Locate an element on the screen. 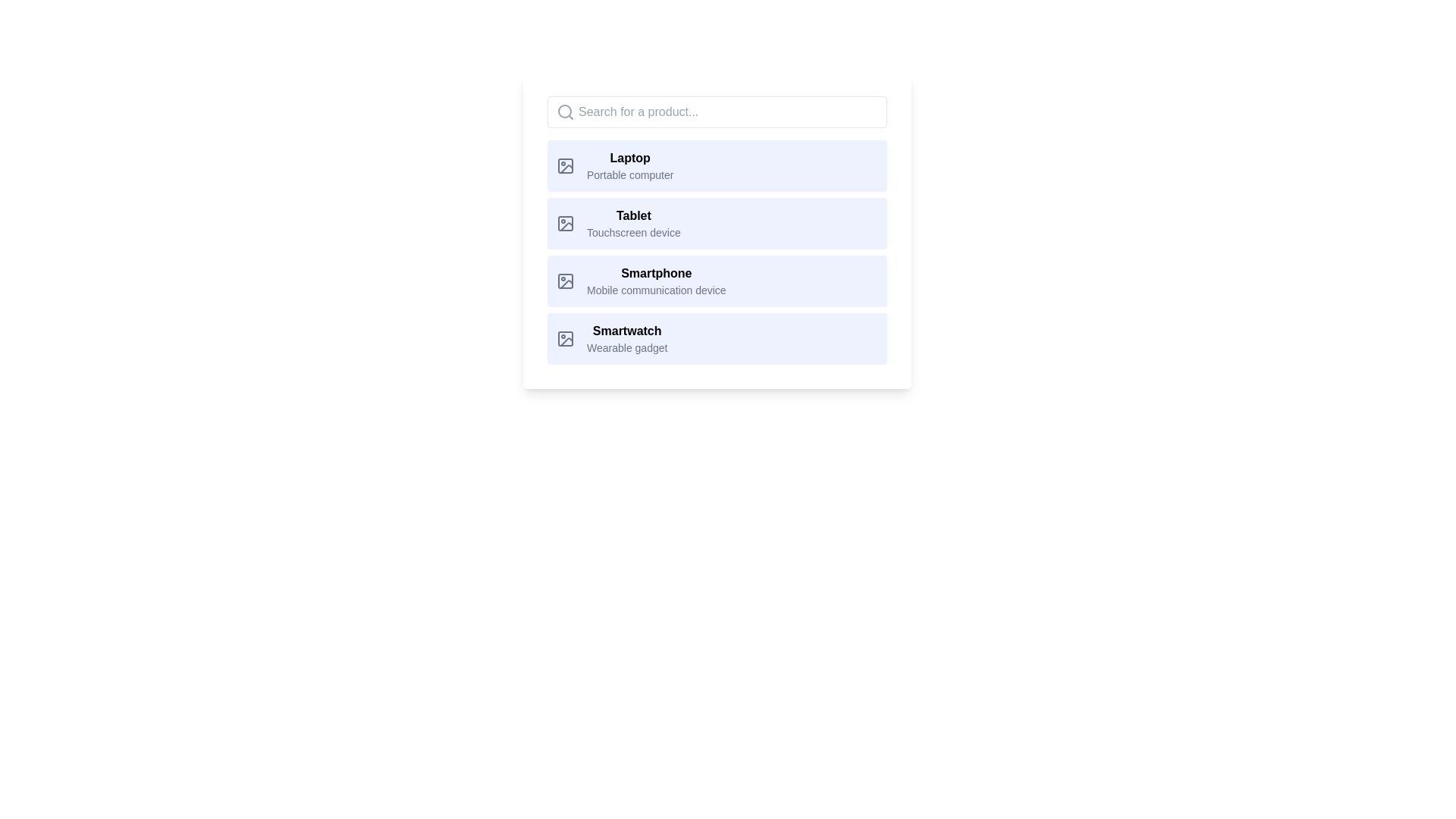 The width and height of the screenshot is (1456, 819). the selectable list item labeled 'Smartwatch' with a light blue background is located at coordinates (716, 338).